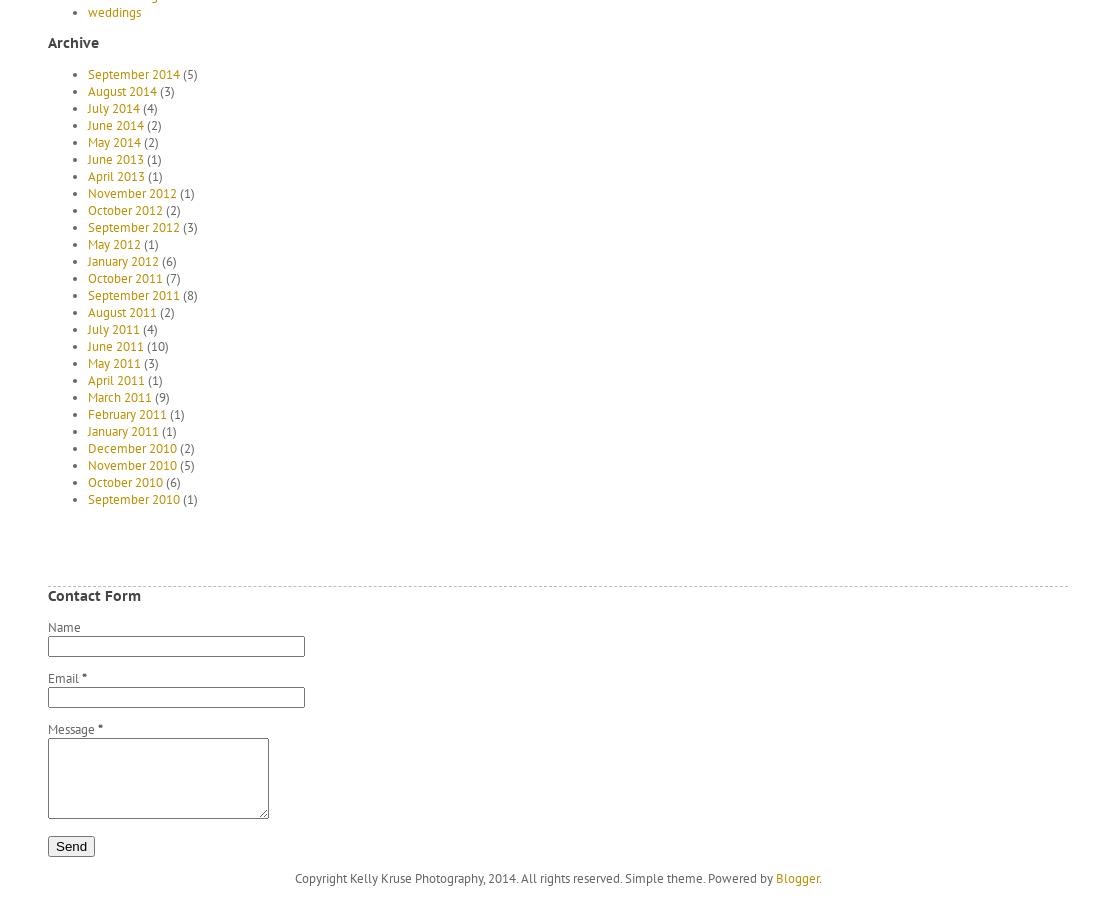 The image size is (1108, 902). What do you see at coordinates (818, 877) in the screenshot?
I see `'.'` at bounding box center [818, 877].